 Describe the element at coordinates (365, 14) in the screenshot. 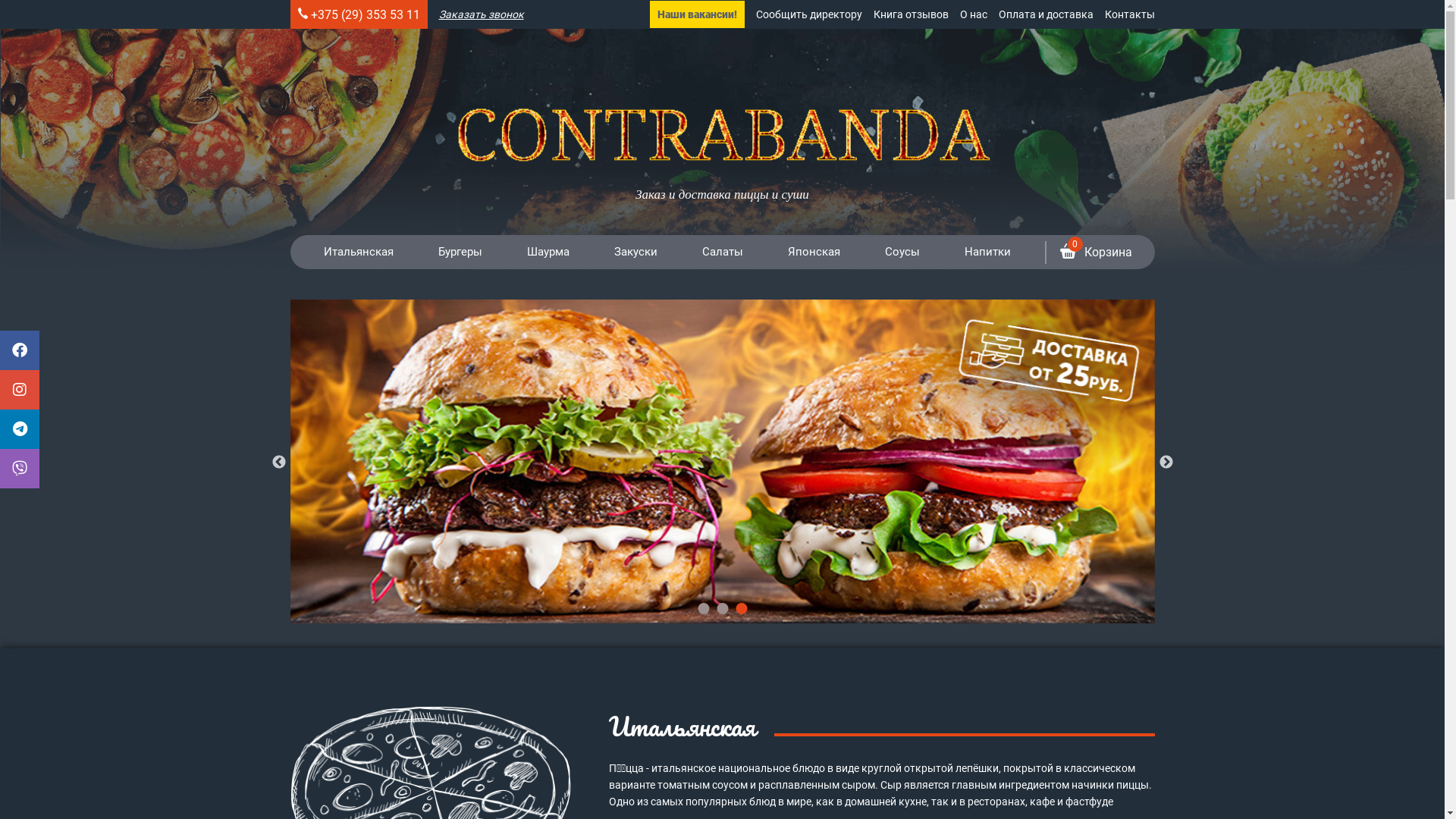

I see `'+375 (29) 353 53 11'` at that location.